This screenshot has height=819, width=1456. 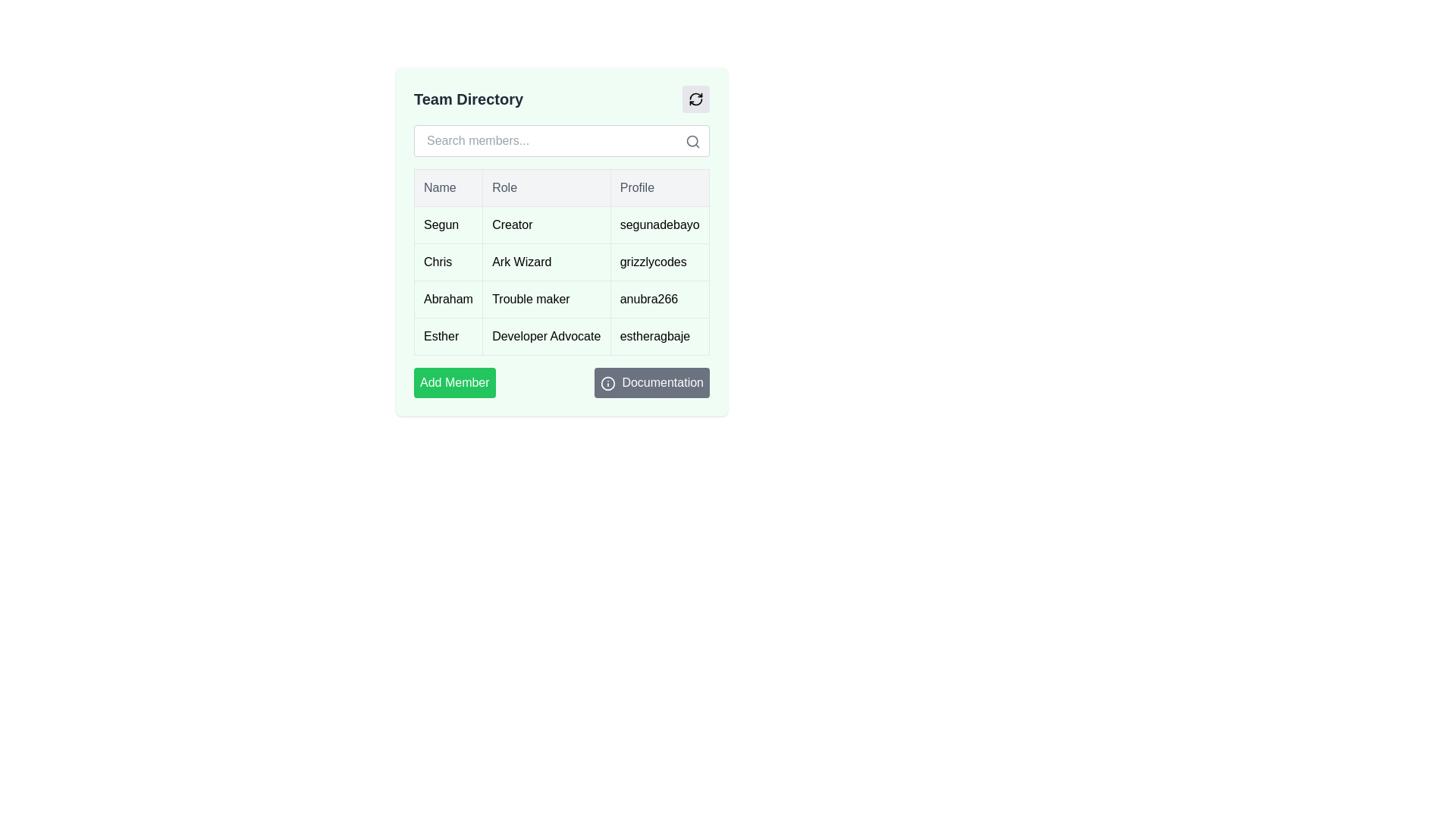 What do you see at coordinates (546, 335) in the screenshot?
I see `the static text element displaying 'Developer Advocate' under the 'Role' column for the row labeled 'Esther'` at bounding box center [546, 335].